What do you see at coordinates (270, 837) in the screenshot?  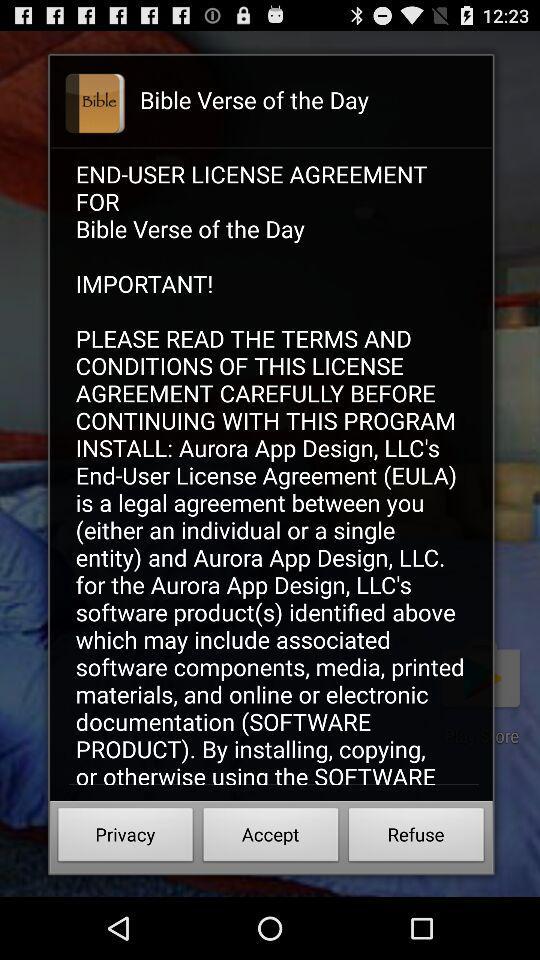 I see `accept icon` at bounding box center [270, 837].